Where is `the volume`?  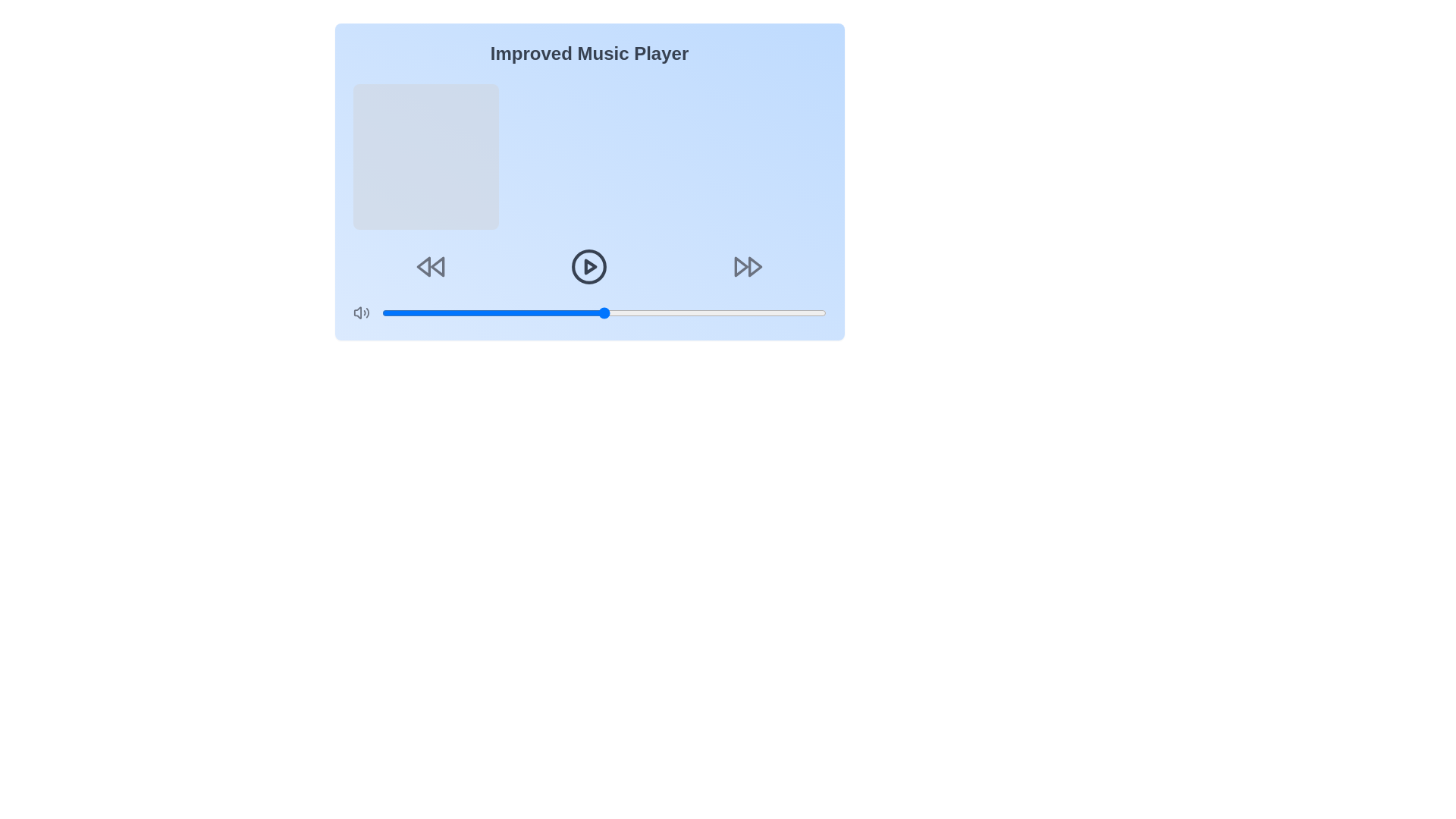 the volume is located at coordinates (687, 312).